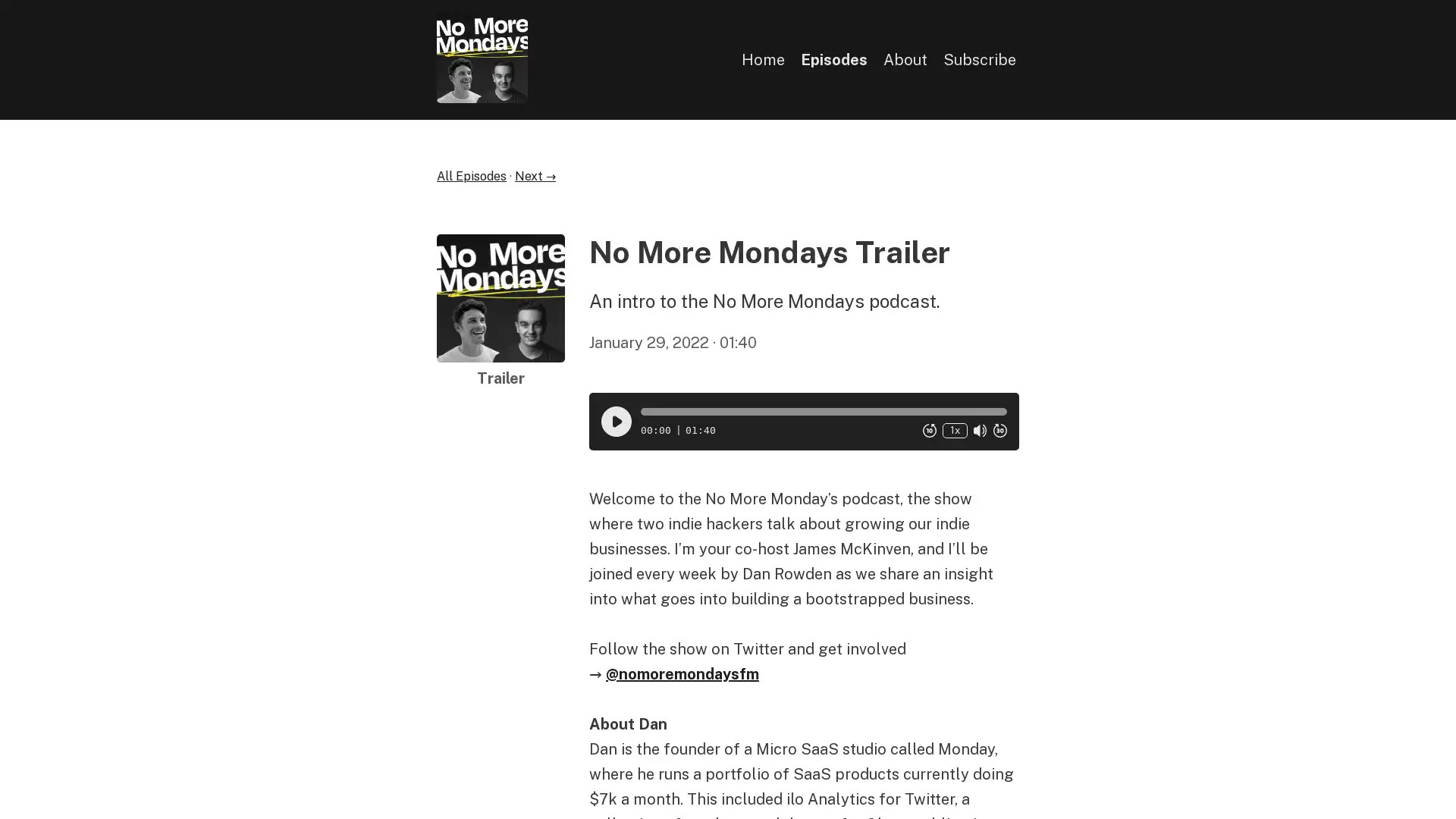  What do you see at coordinates (979, 430) in the screenshot?
I see `volume` at bounding box center [979, 430].